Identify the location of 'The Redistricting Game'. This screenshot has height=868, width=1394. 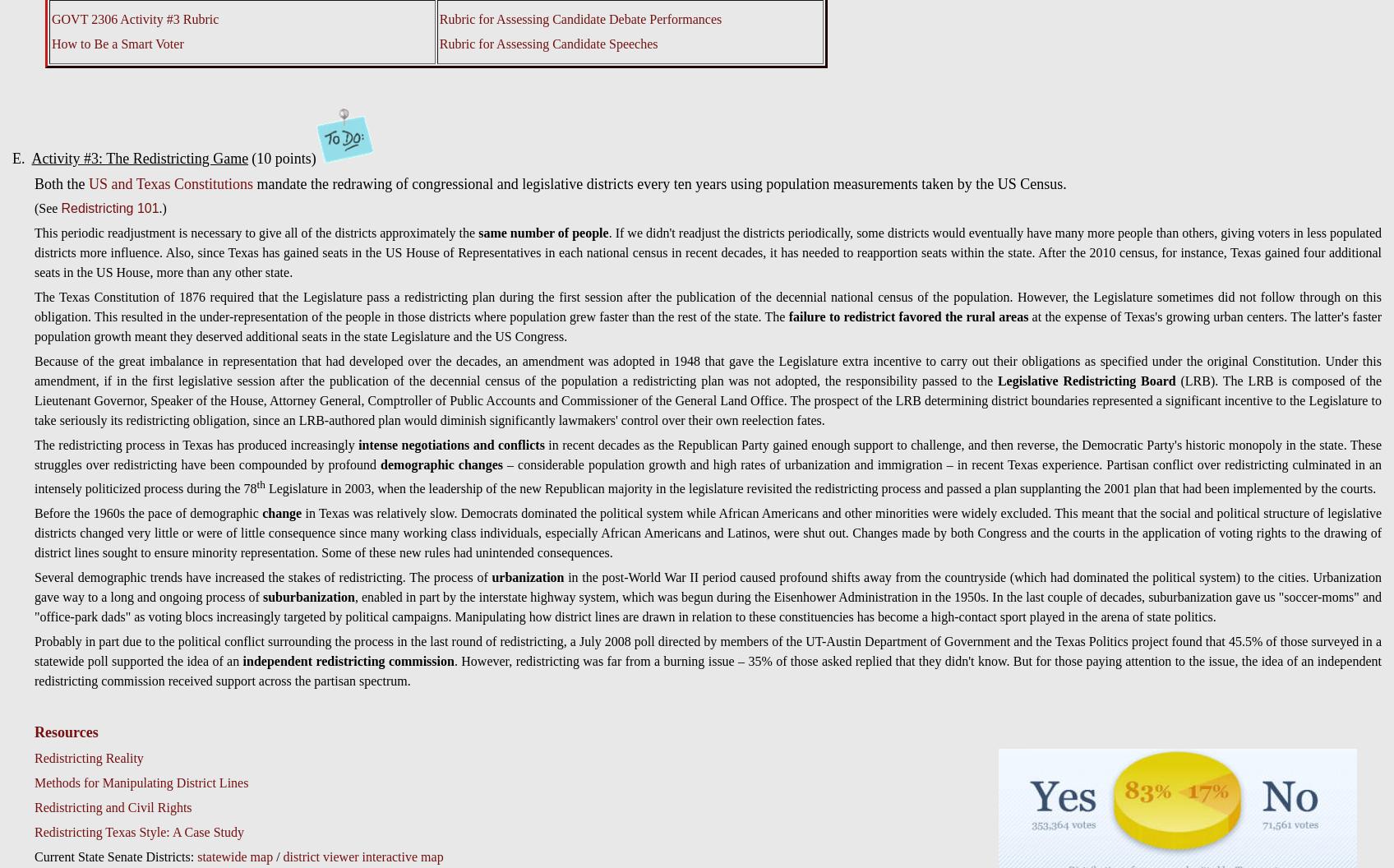
(105, 159).